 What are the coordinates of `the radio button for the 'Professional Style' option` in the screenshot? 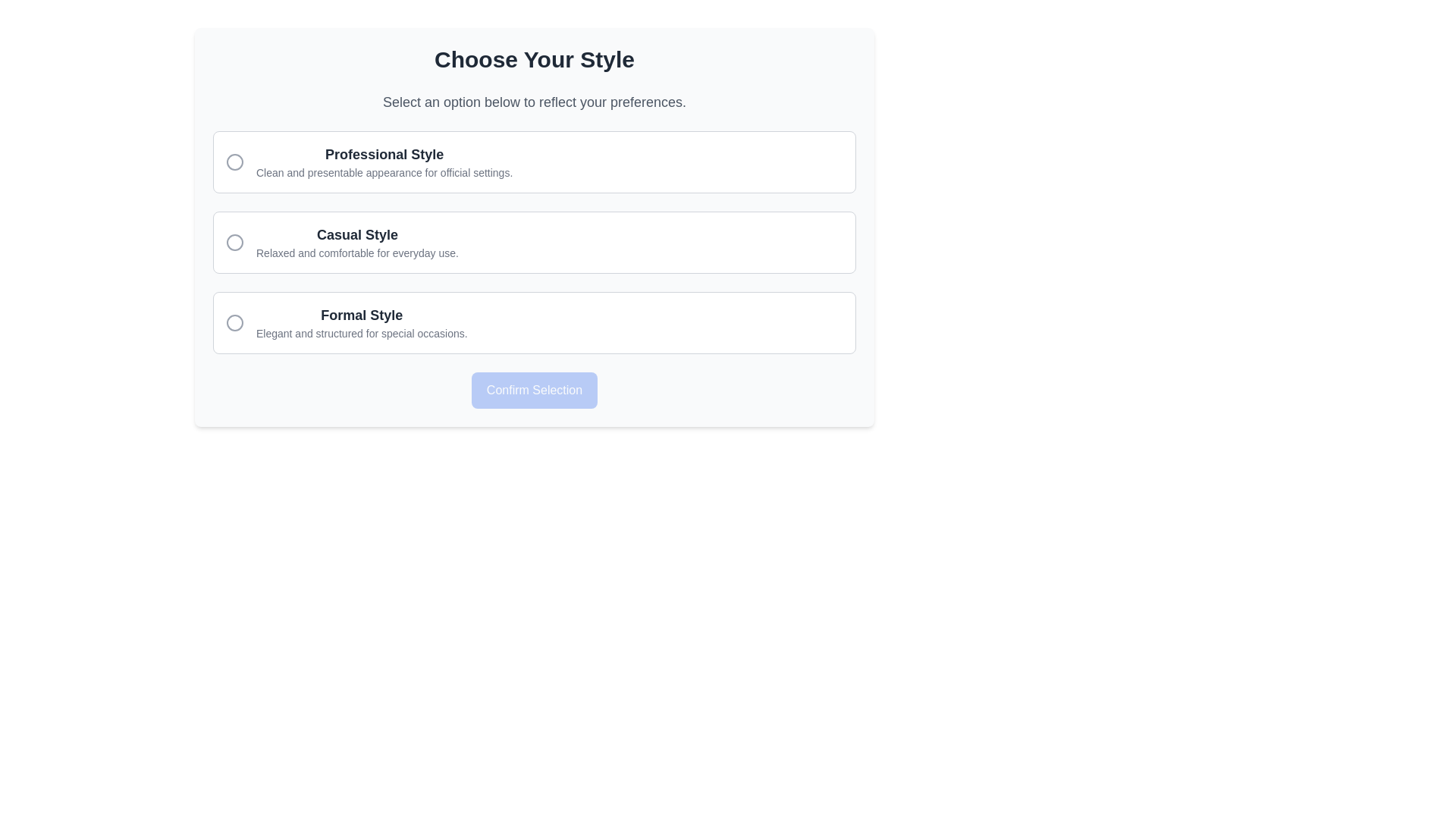 It's located at (234, 162).